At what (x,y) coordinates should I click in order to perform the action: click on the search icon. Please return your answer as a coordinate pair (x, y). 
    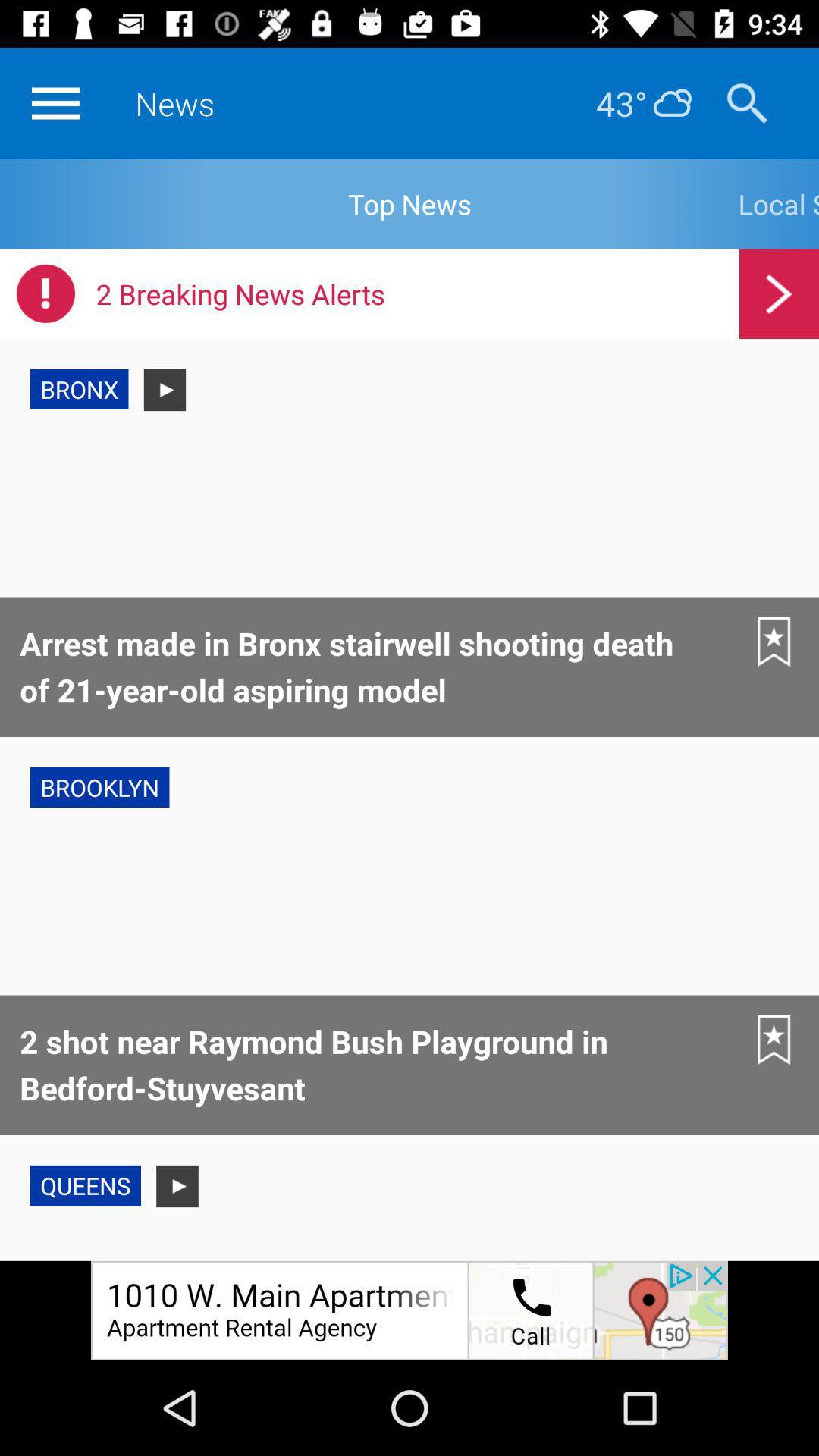
    Looking at the image, I should click on (746, 102).